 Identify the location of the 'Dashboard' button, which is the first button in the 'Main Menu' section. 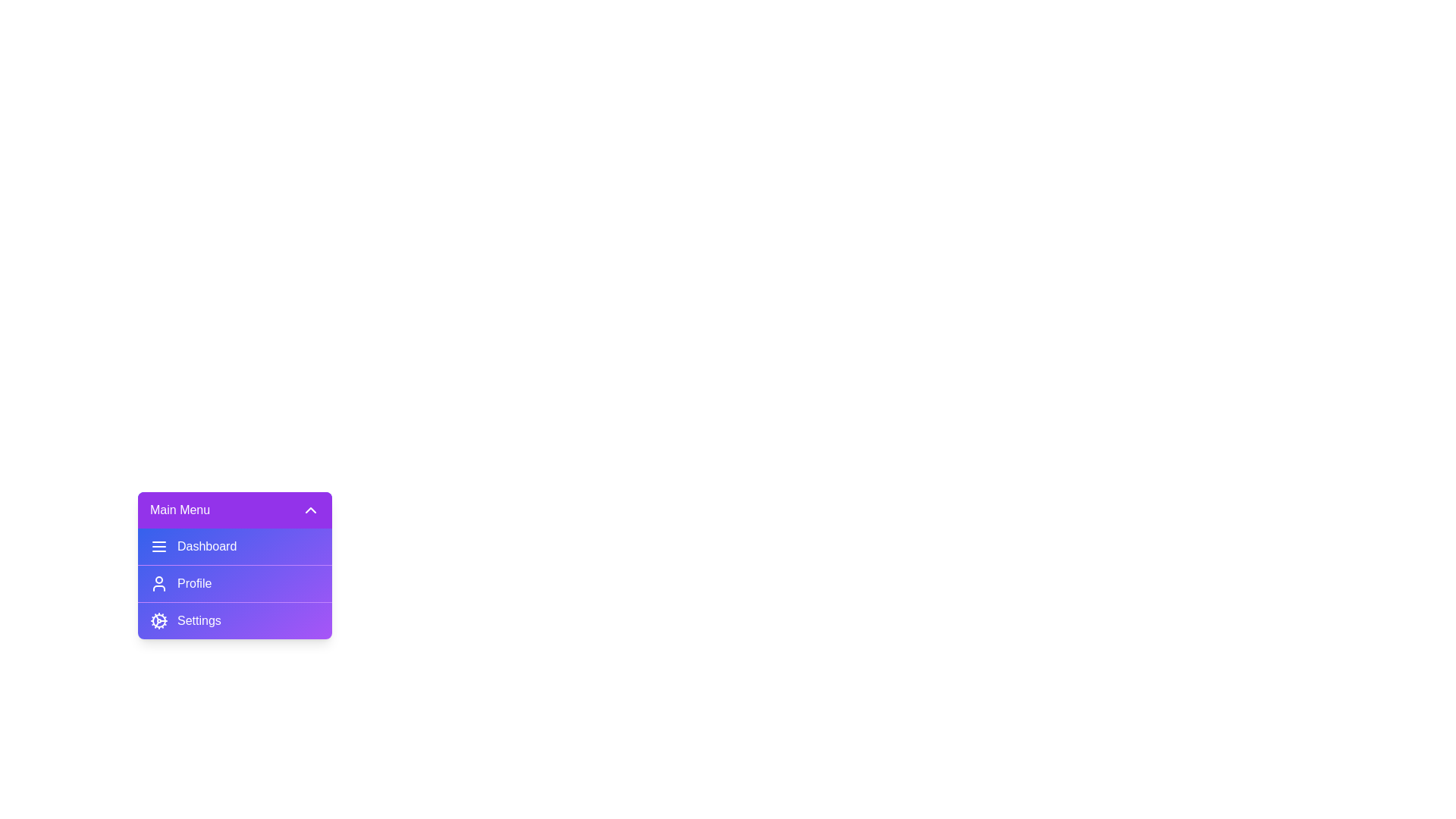
(234, 547).